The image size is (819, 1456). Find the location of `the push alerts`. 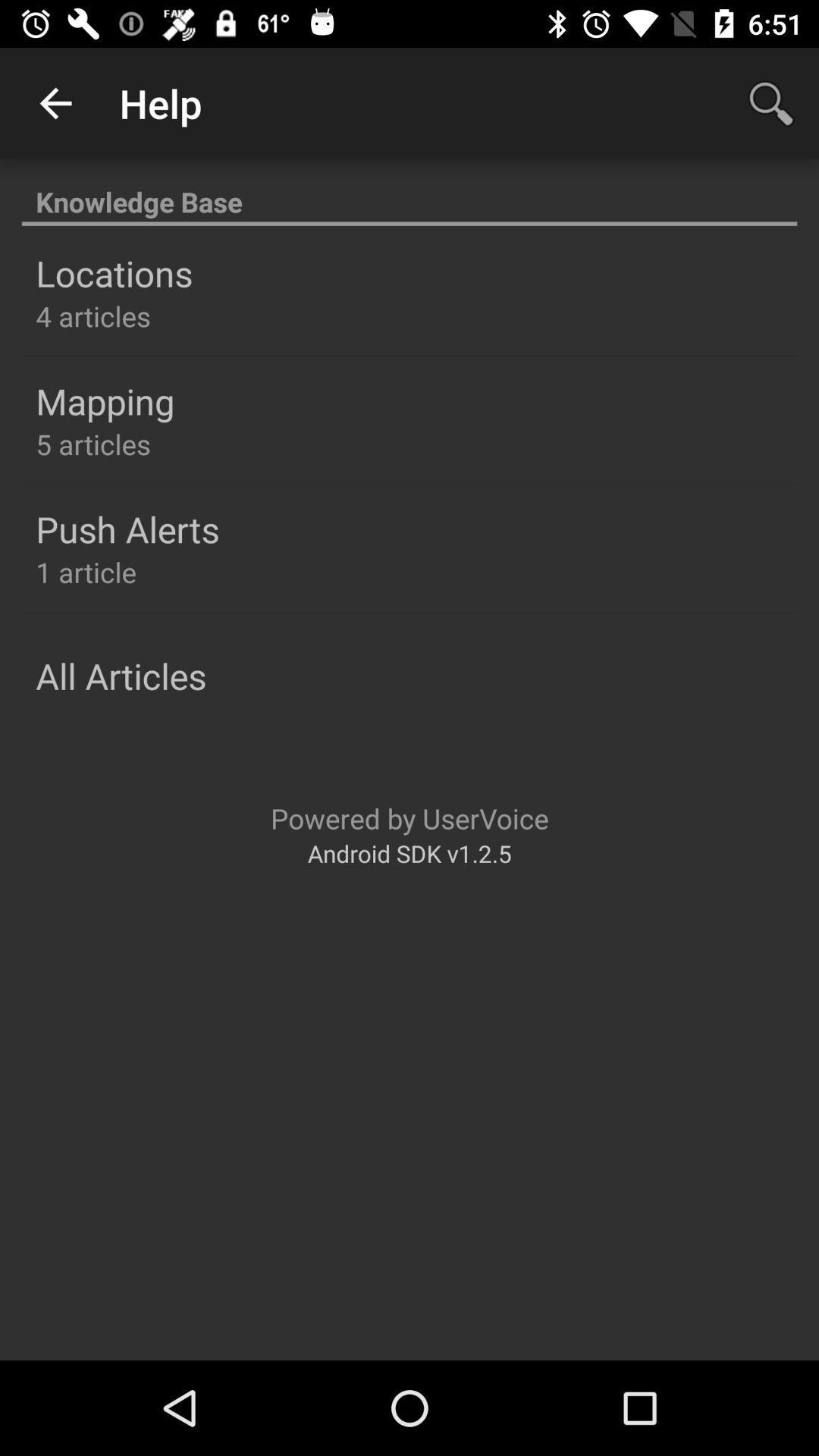

the push alerts is located at coordinates (127, 529).